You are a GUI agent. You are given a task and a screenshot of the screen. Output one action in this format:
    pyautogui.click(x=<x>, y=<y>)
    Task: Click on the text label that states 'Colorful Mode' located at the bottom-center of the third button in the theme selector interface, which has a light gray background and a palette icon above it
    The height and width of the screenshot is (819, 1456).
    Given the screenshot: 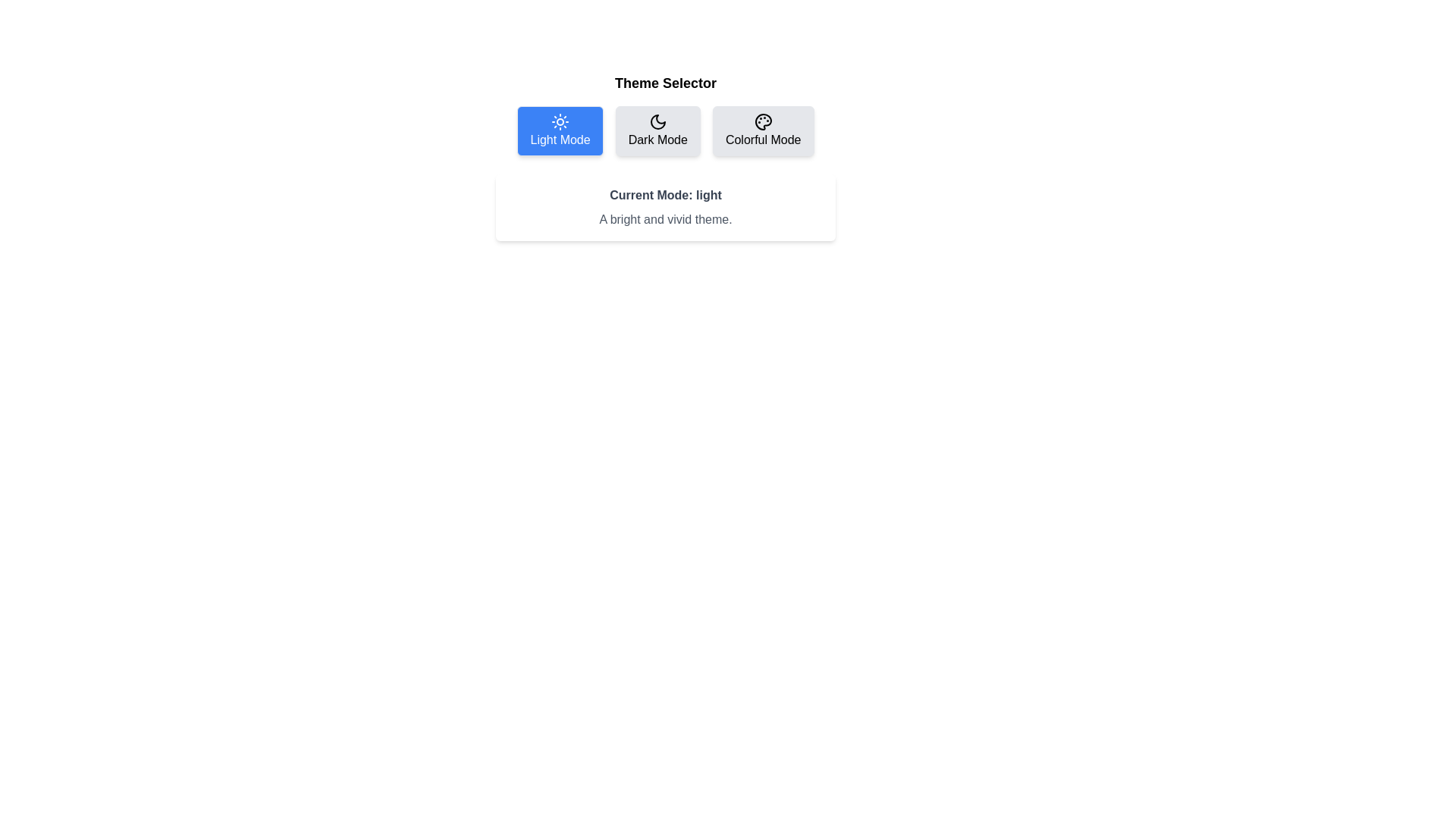 What is the action you would take?
    pyautogui.click(x=763, y=140)
    